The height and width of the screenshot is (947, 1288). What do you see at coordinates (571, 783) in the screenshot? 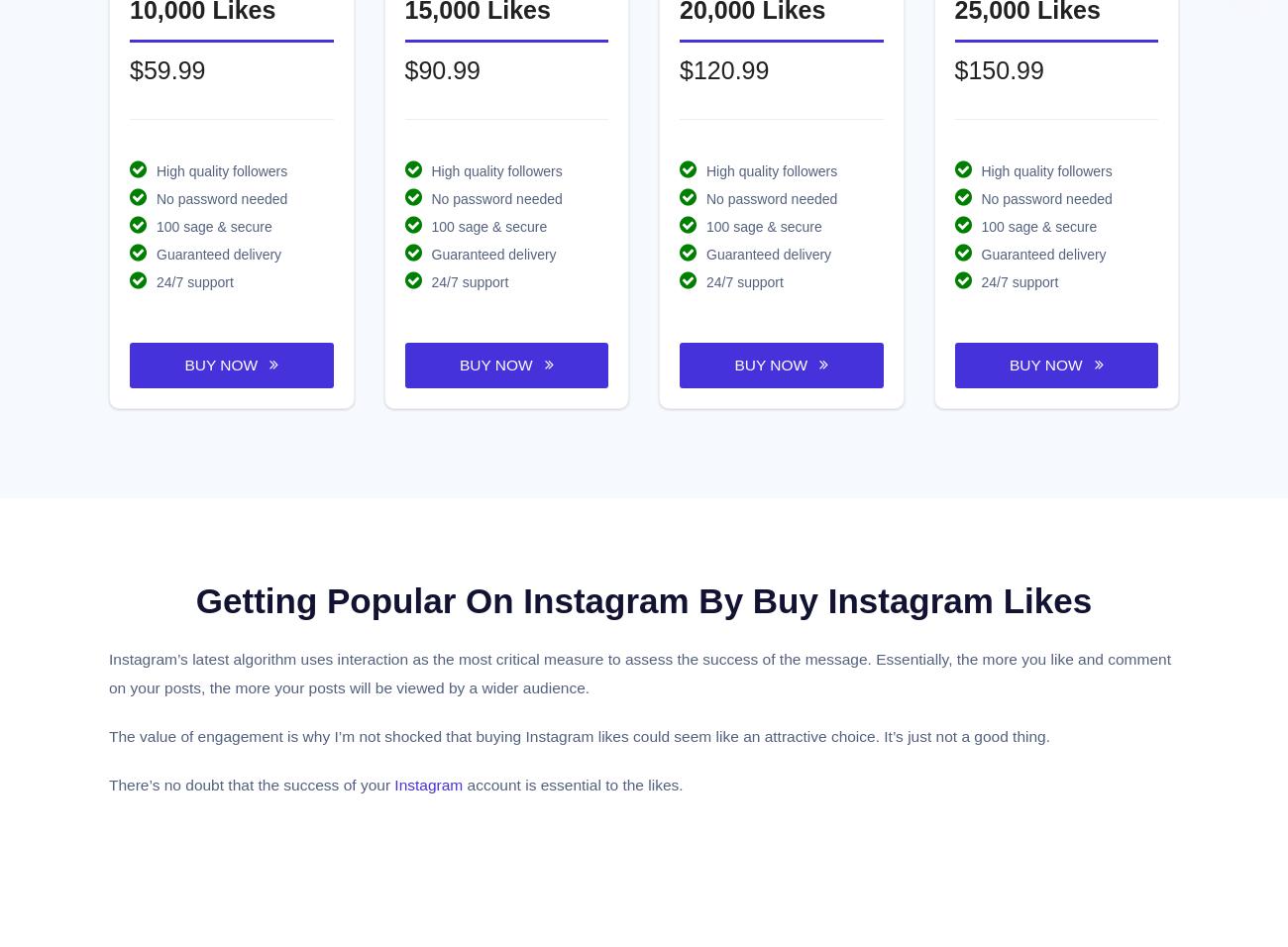
I see `'account is essential to the likes.'` at bounding box center [571, 783].